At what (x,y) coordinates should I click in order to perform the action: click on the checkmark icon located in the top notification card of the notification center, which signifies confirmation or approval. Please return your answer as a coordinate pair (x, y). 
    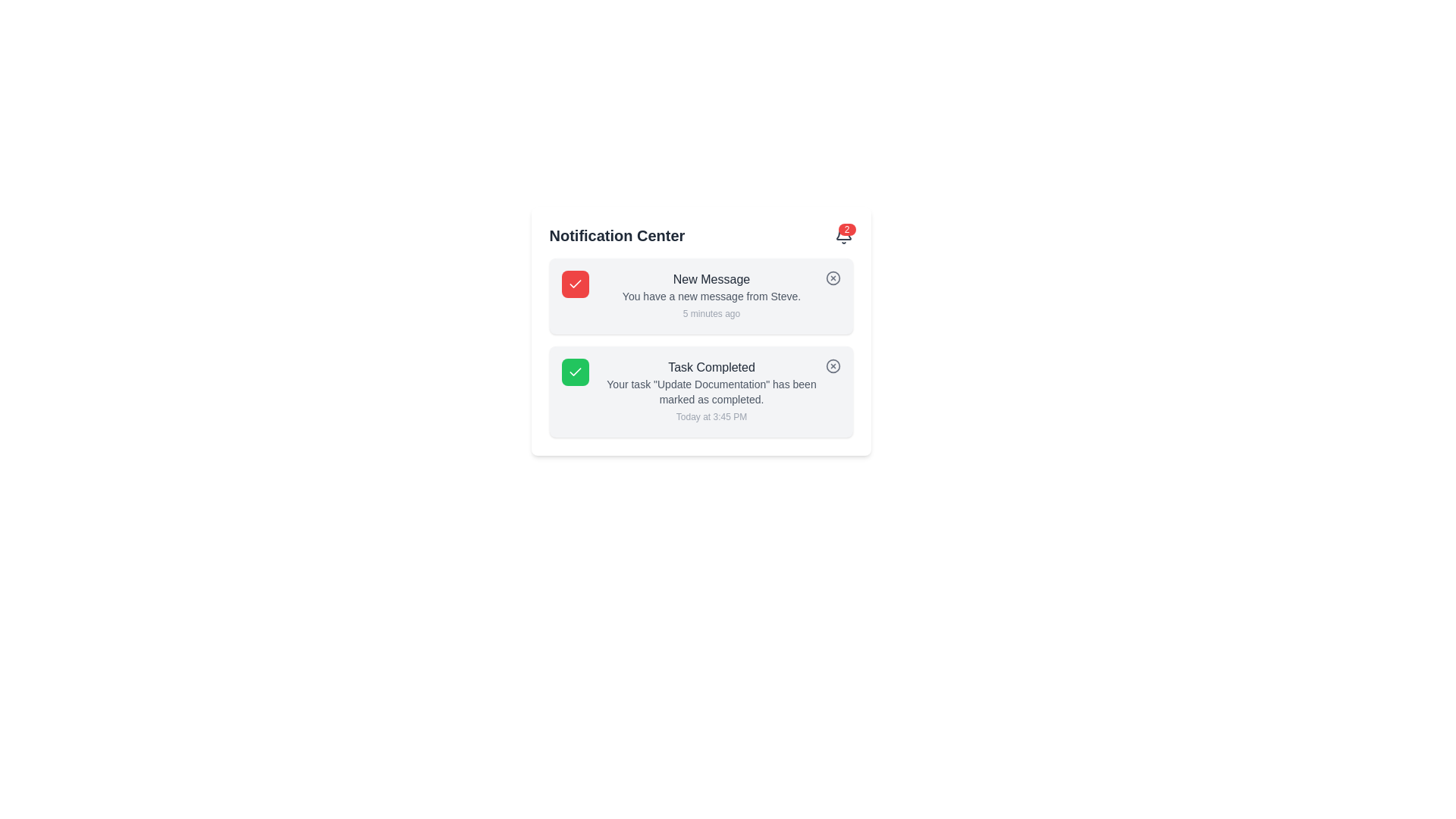
    Looking at the image, I should click on (574, 284).